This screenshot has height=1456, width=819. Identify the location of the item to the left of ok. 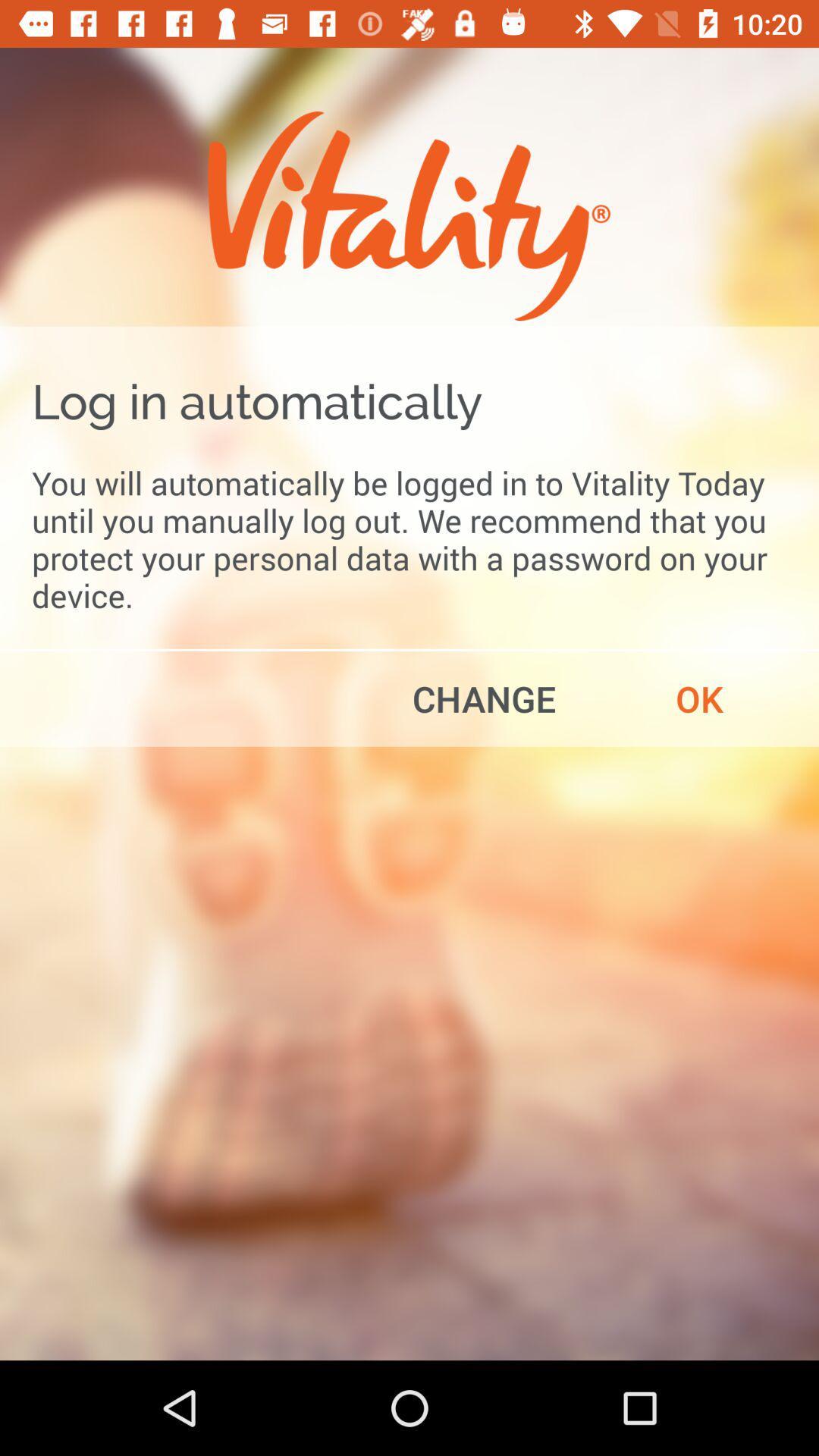
(484, 698).